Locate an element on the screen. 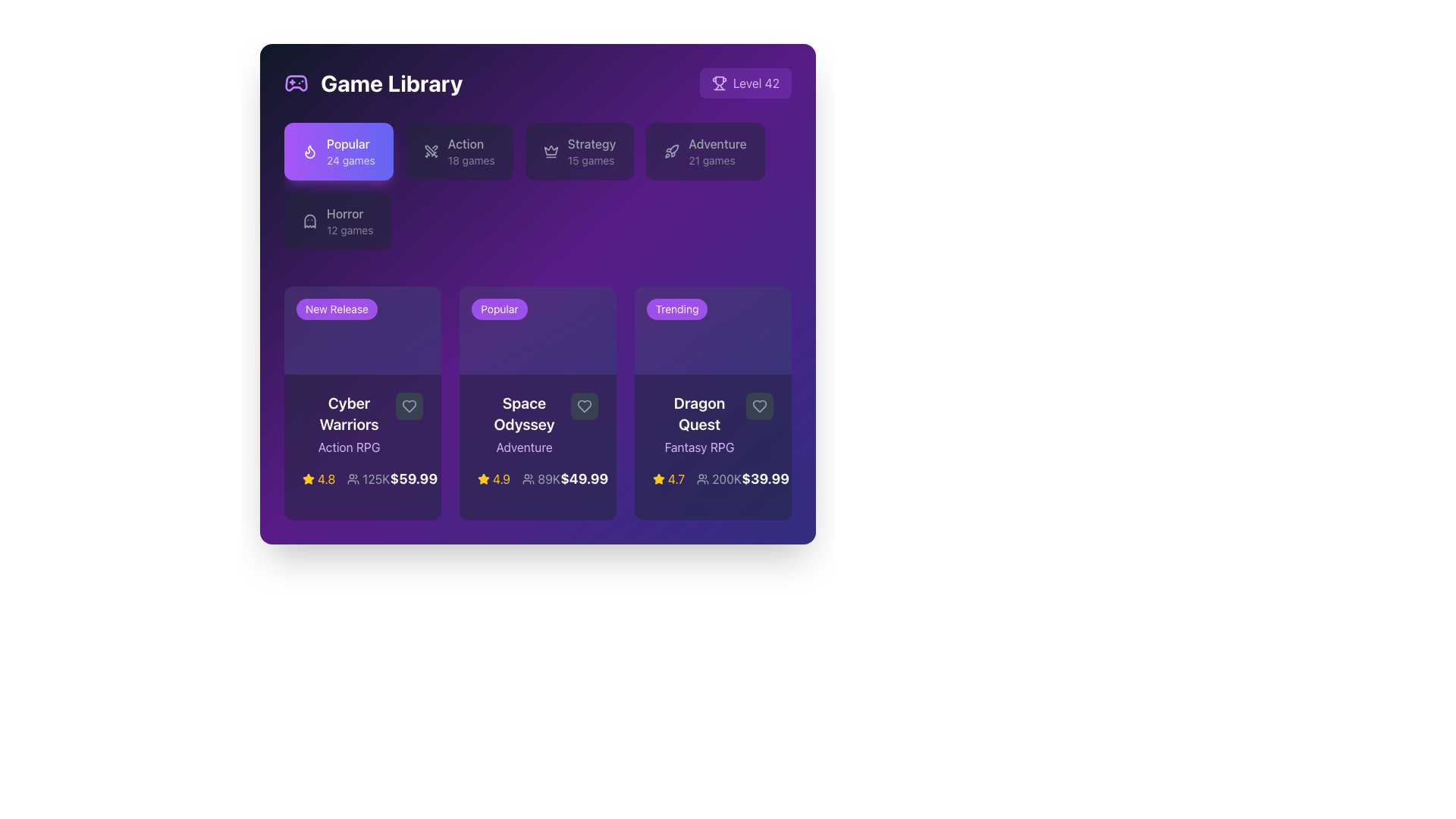  the Informational Card for 'Space Odyssey' is located at coordinates (538, 403).